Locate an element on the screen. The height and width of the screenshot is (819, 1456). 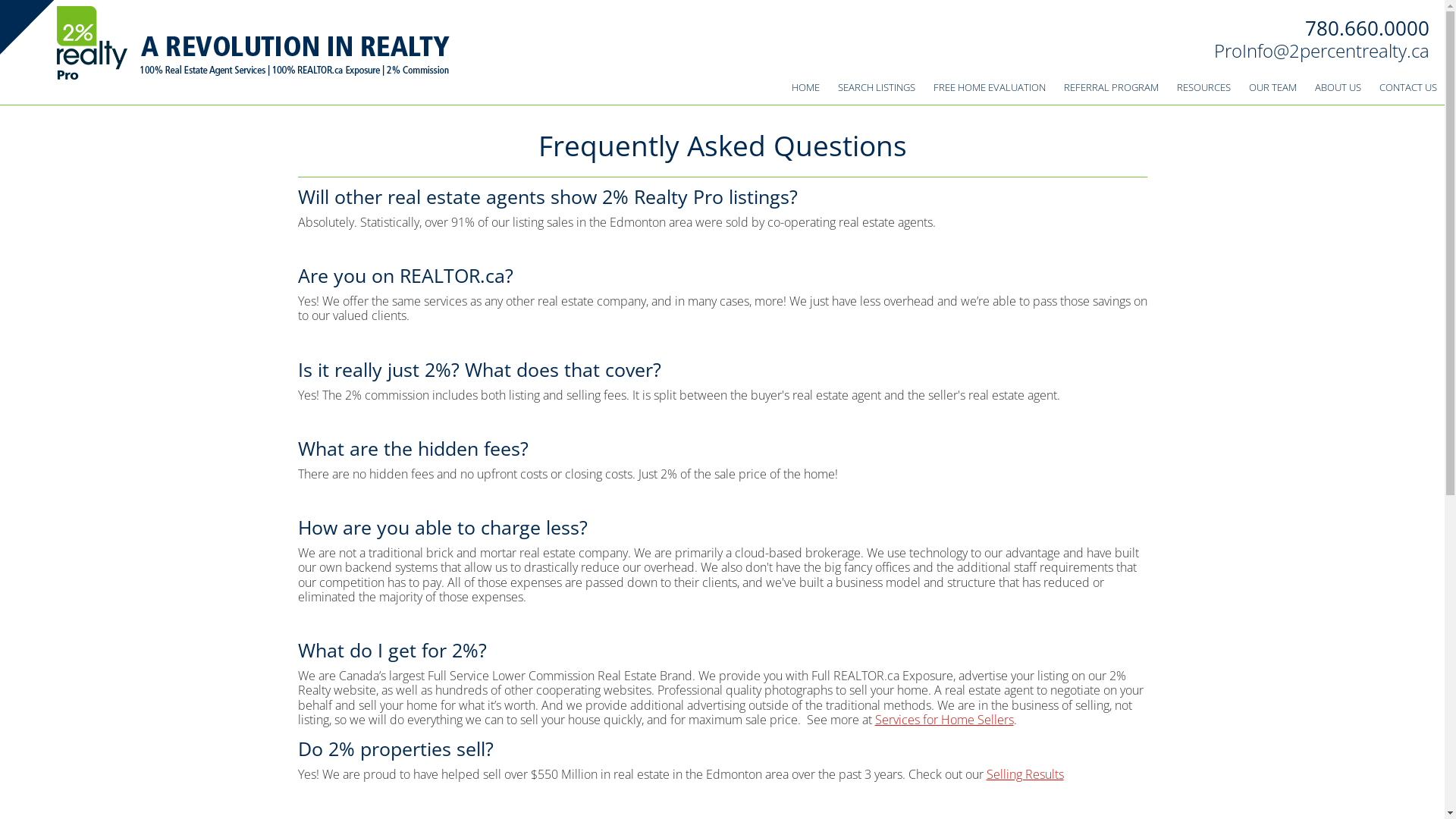
'SEARCH LISTINGS' is located at coordinates (877, 87).